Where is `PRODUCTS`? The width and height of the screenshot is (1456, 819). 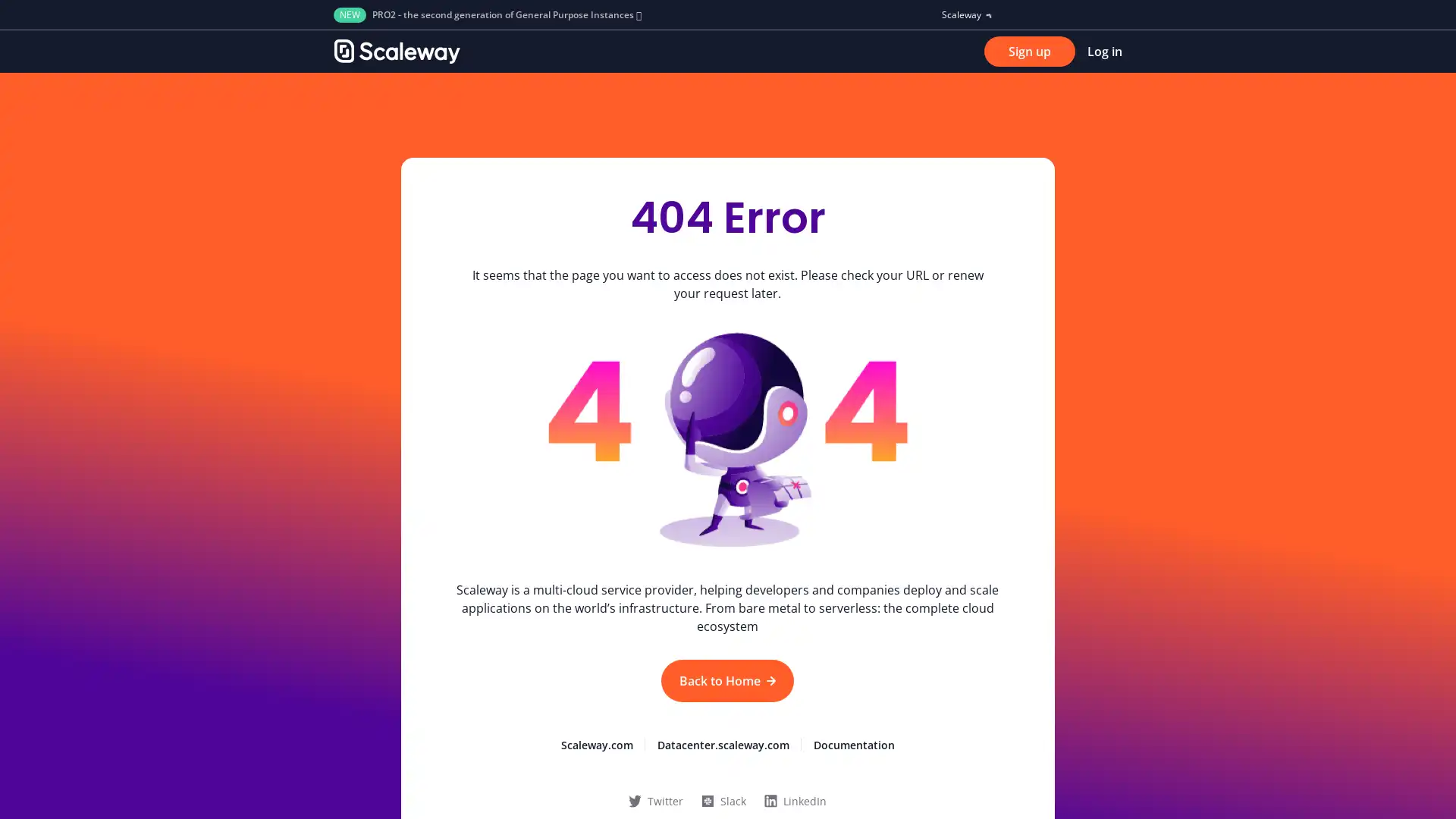 PRODUCTS is located at coordinates (516, 51).